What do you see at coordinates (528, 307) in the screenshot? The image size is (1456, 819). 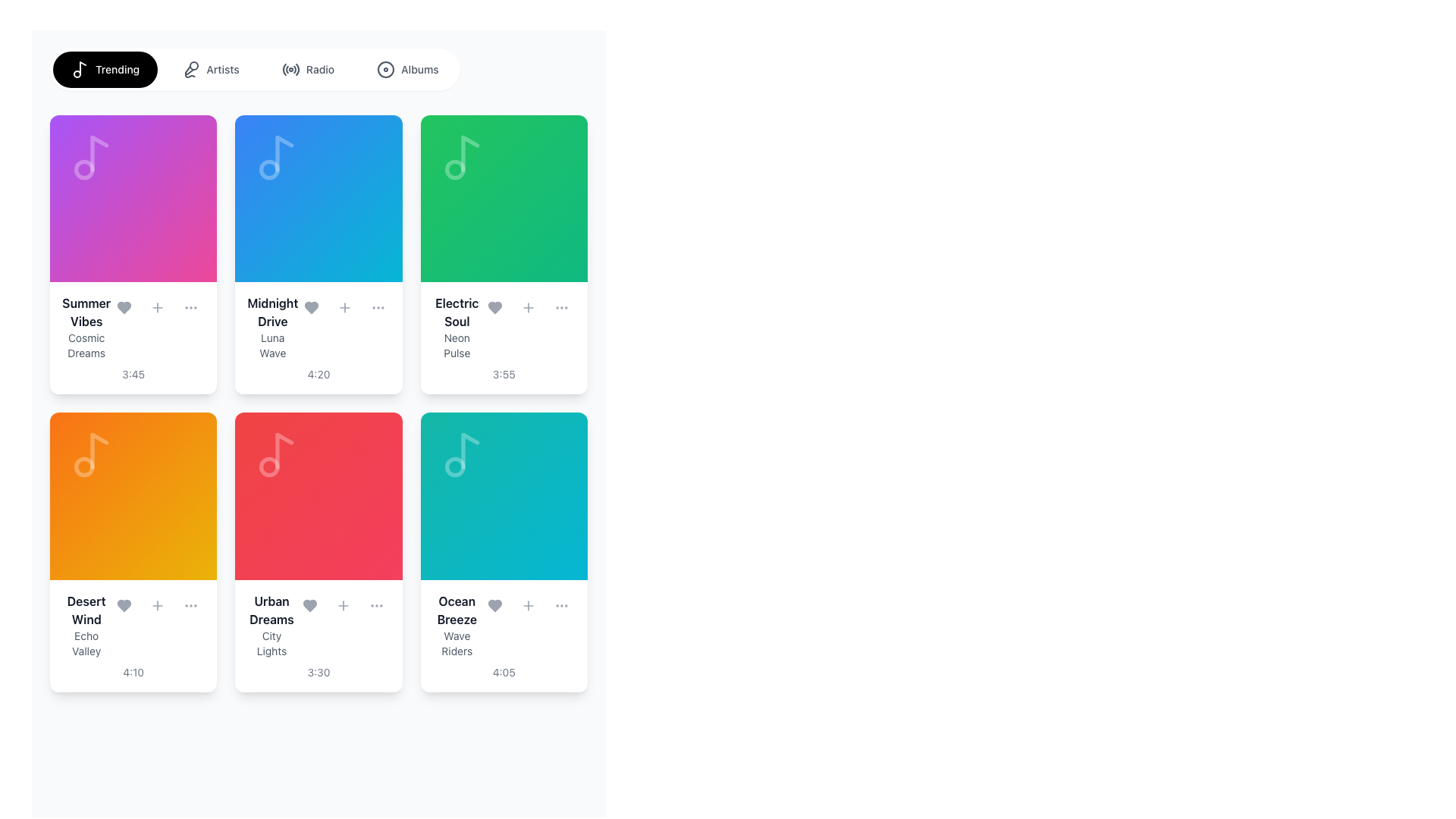 I see `the plus icon button located in the top-right corner of the 'Electric Soul' by 'Neon Pulse' card` at bounding box center [528, 307].